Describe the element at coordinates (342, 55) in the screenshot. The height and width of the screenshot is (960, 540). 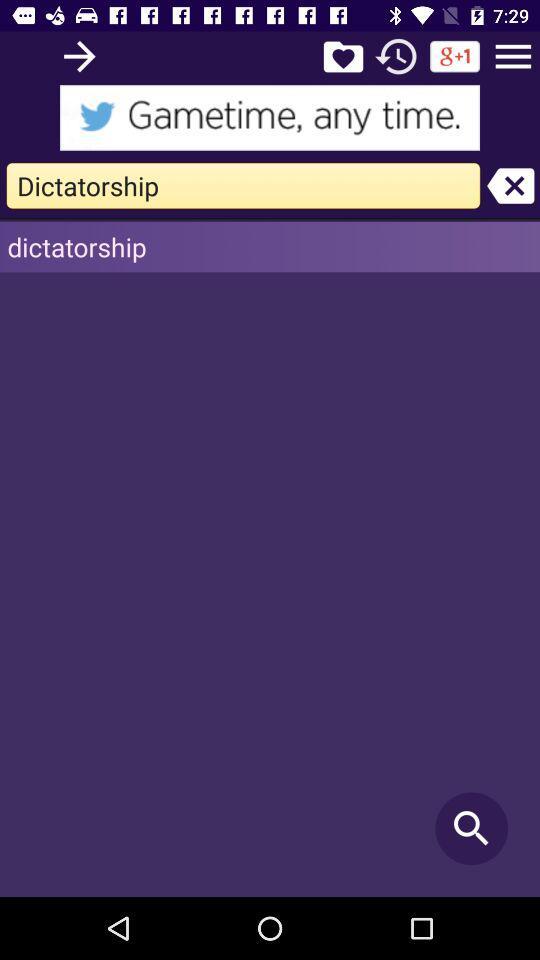
I see `the favorite icon` at that location.